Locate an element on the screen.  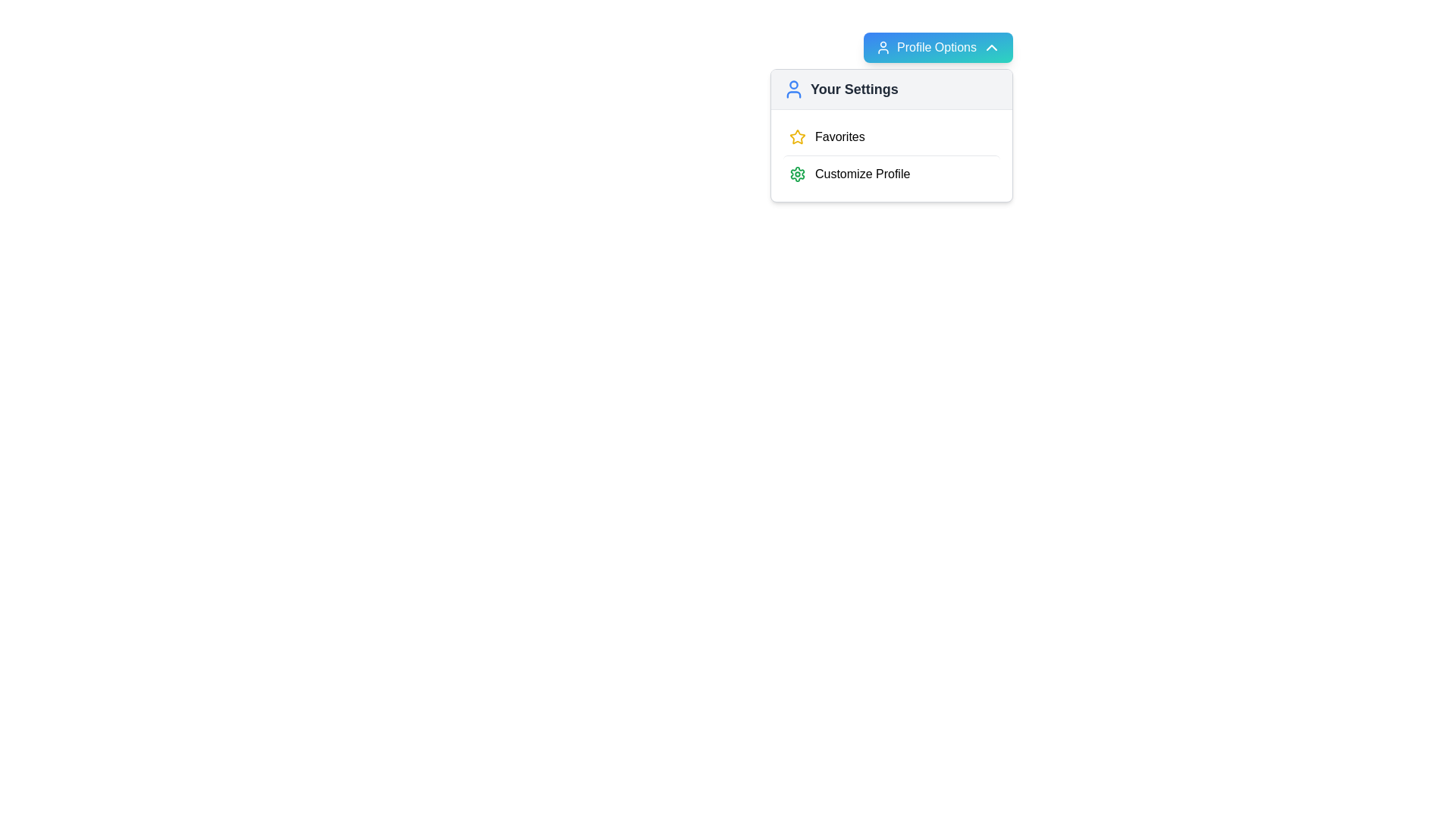
the header labeled 'Your Settings' which is bold, dark-colored text on a light gray background, with a blue user icon to the left, located at the top of the dropdown menu is located at coordinates (892, 89).